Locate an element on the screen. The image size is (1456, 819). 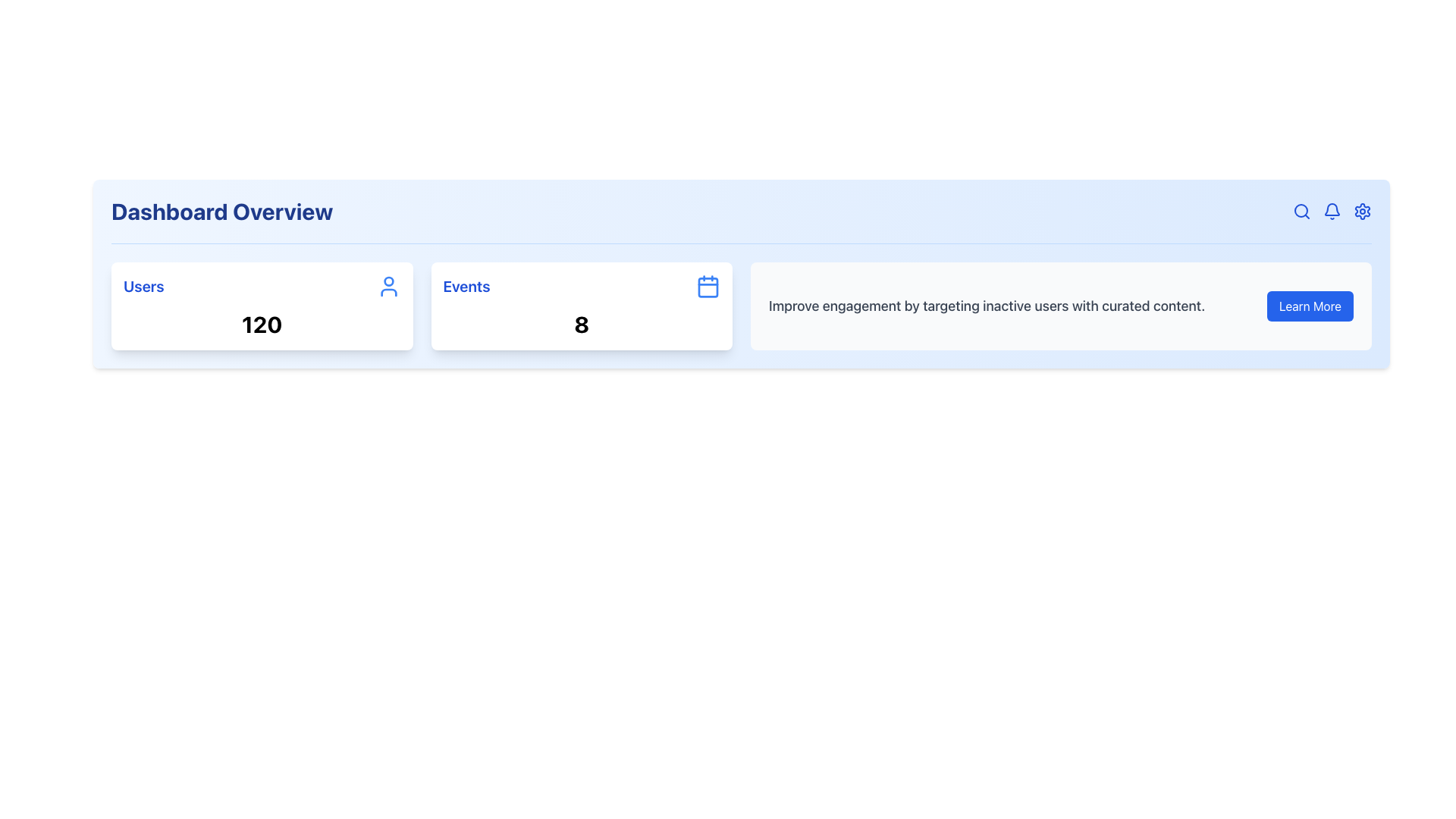
text from the title label located on the leftmost side of the first card in the dashboard under 'Dashboard Overview' is located at coordinates (143, 287).